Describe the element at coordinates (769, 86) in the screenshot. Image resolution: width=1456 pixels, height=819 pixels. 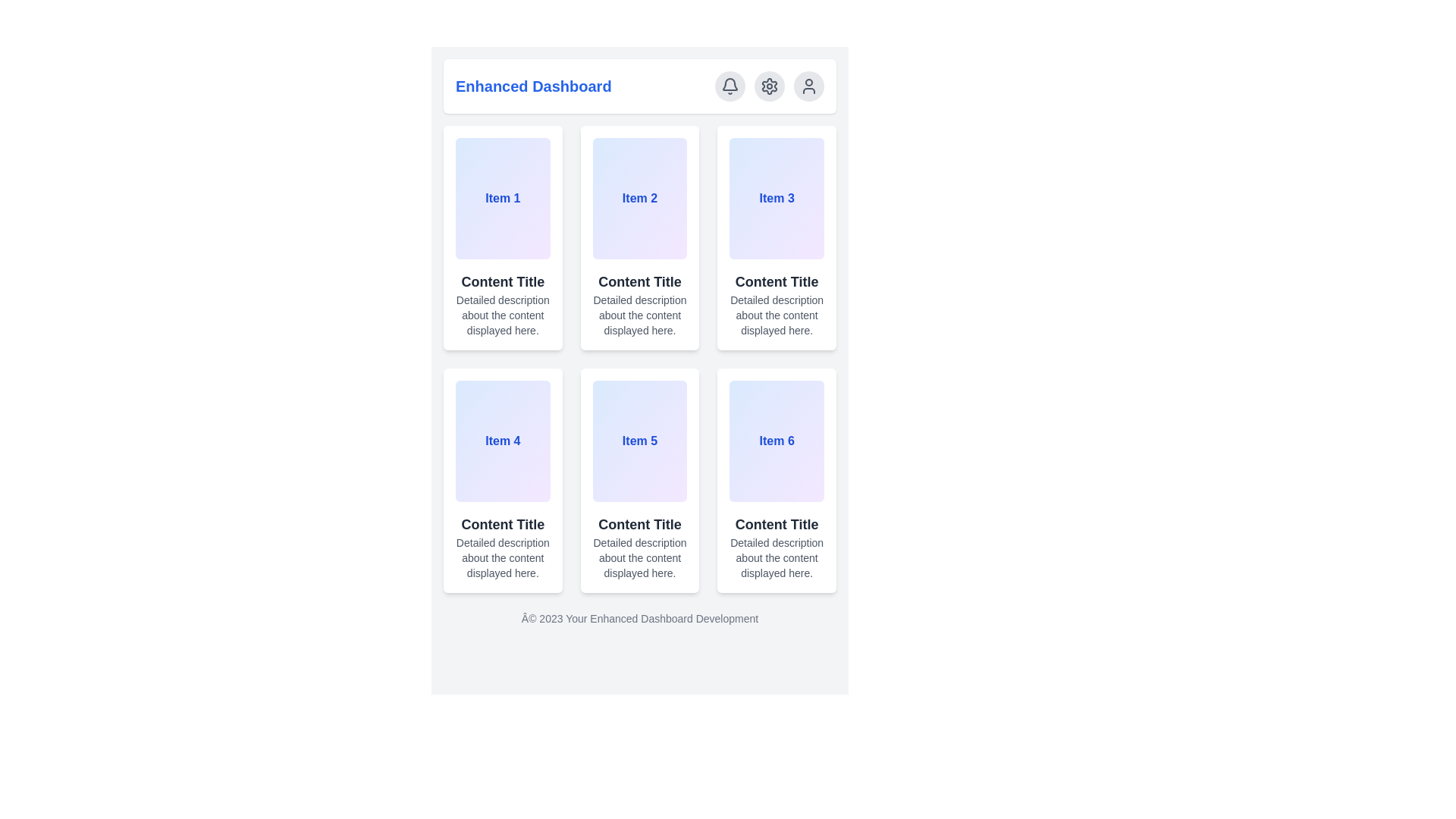
I see `the circular button with a light gray background and gear icon, which is the second button in the header section` at that location.